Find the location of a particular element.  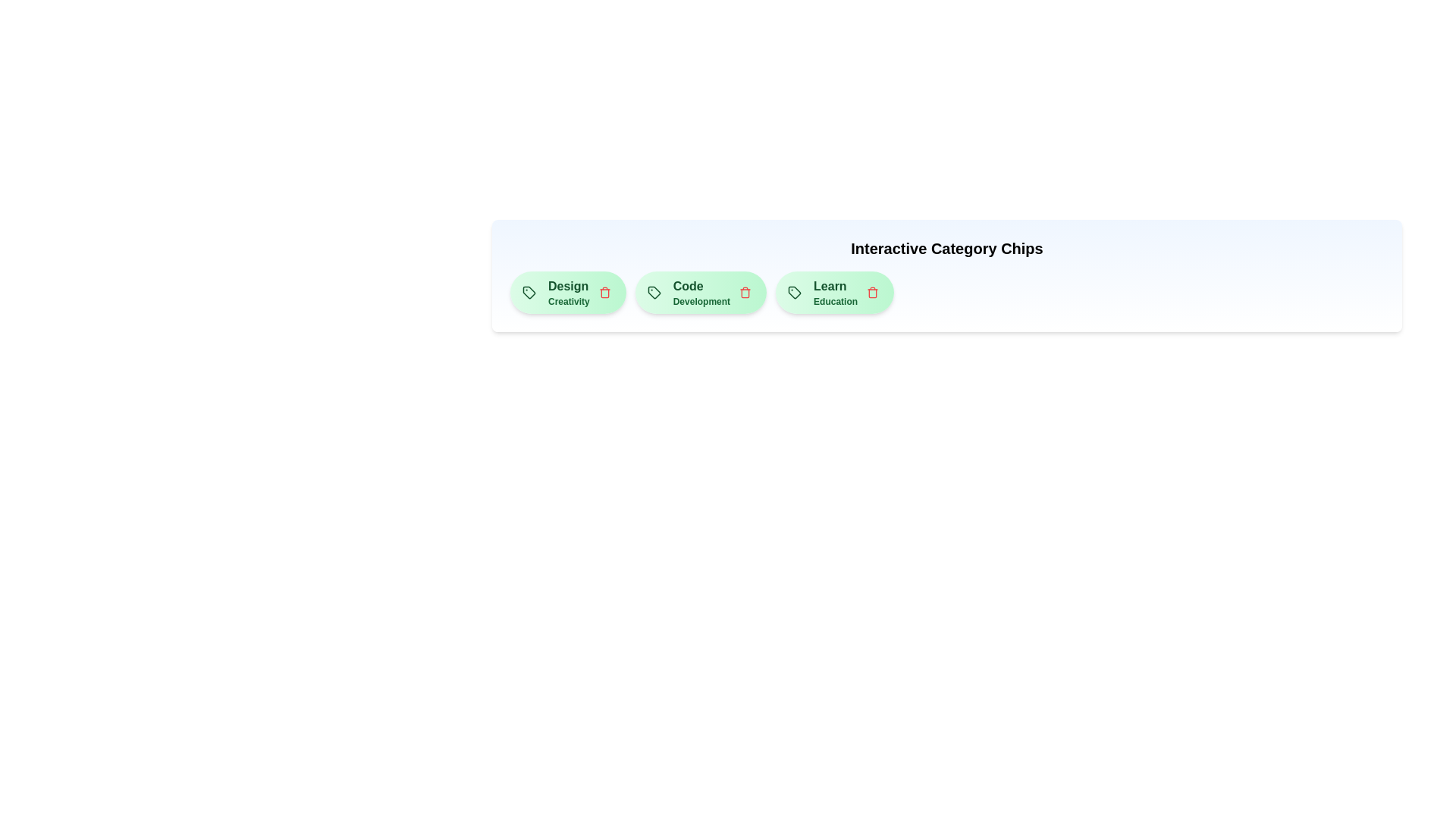

trash icon of the chip labeled Learn to remove it is located at coordinates (873, 292).